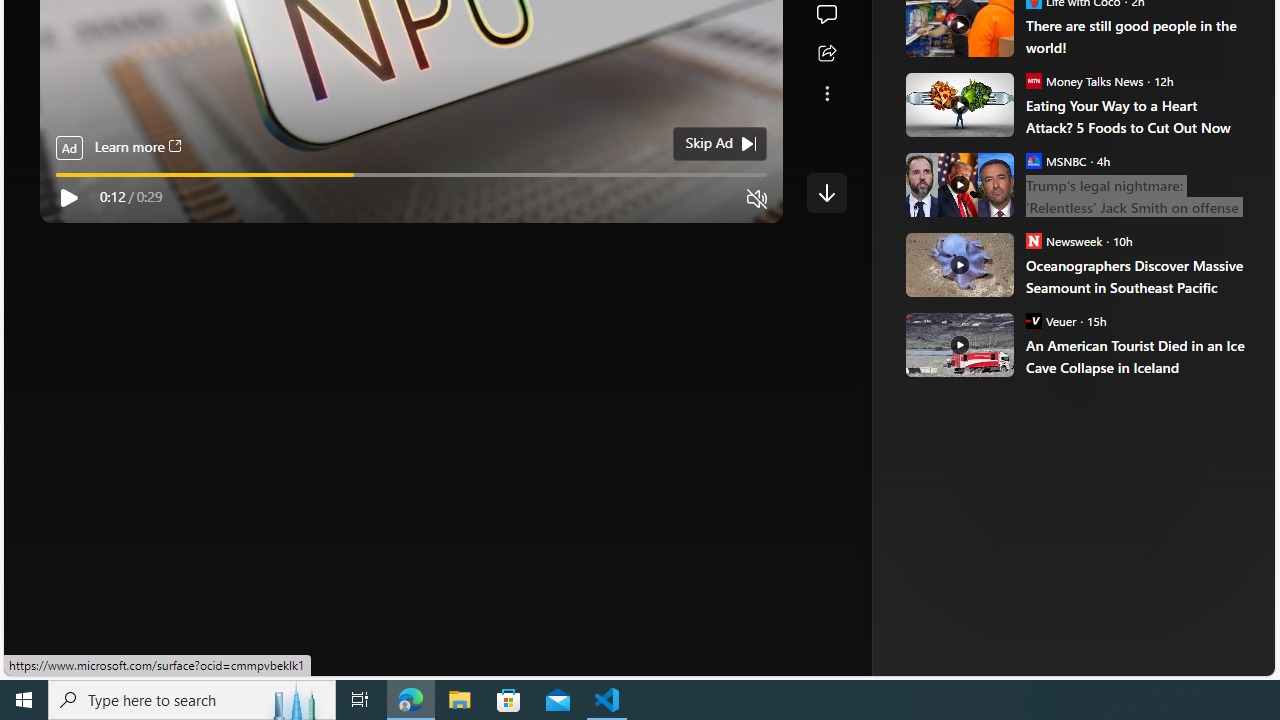  What do you see at coordinates (1136, 36) in the screenshot?
I see `'There are still good people in the world!'` at bounding box center [1136, 36].